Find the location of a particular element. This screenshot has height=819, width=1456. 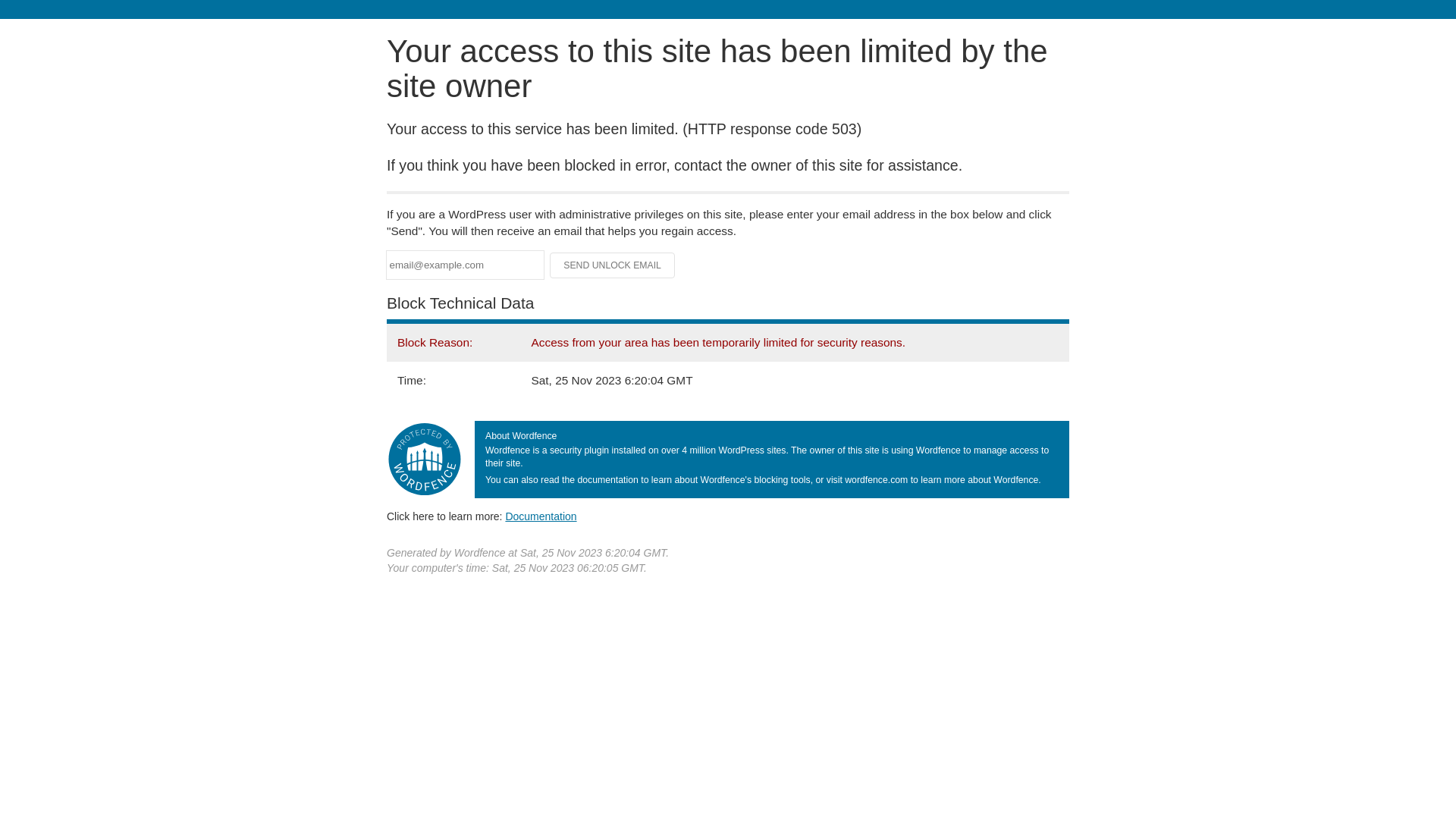

'Documentation' is located at coordinates (541, 516).